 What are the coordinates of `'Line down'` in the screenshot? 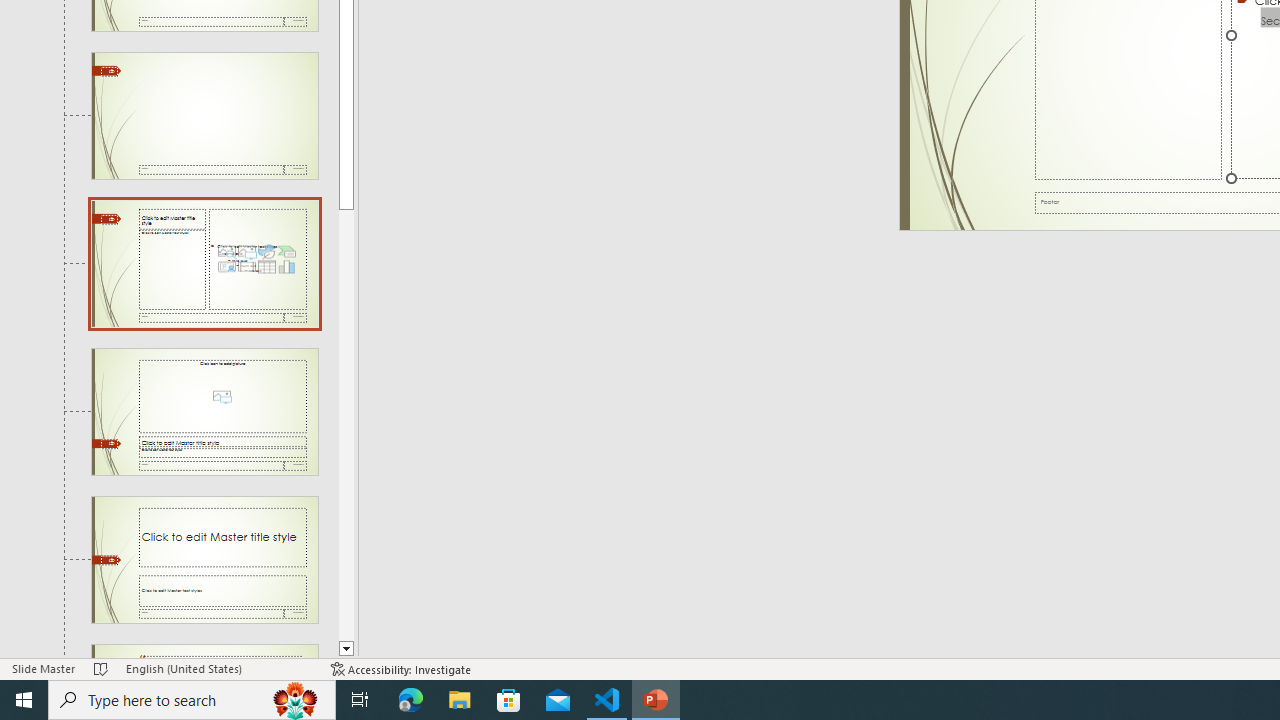 It's located at (346, 649).